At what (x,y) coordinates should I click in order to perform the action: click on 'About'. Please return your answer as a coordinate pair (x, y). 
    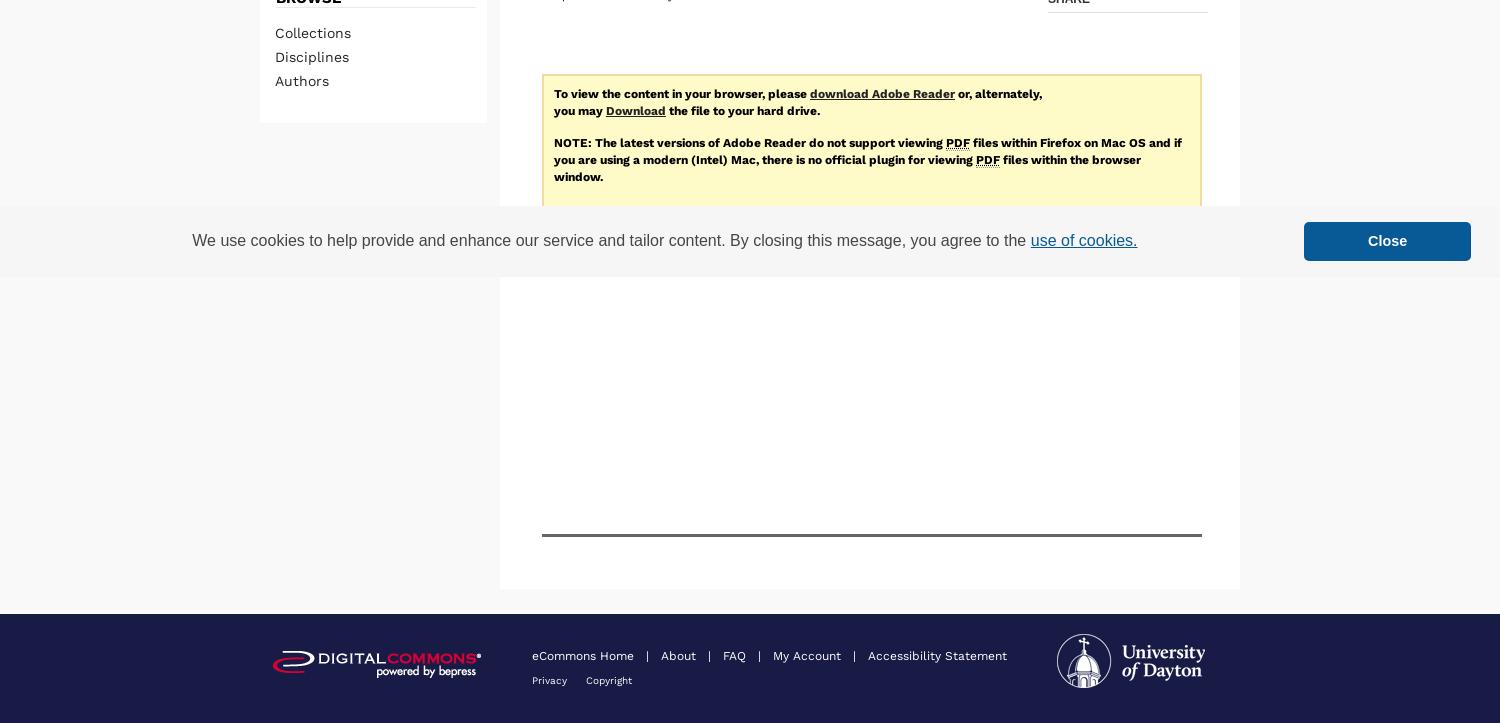
    Looking at the image, I should click on (680, 653).